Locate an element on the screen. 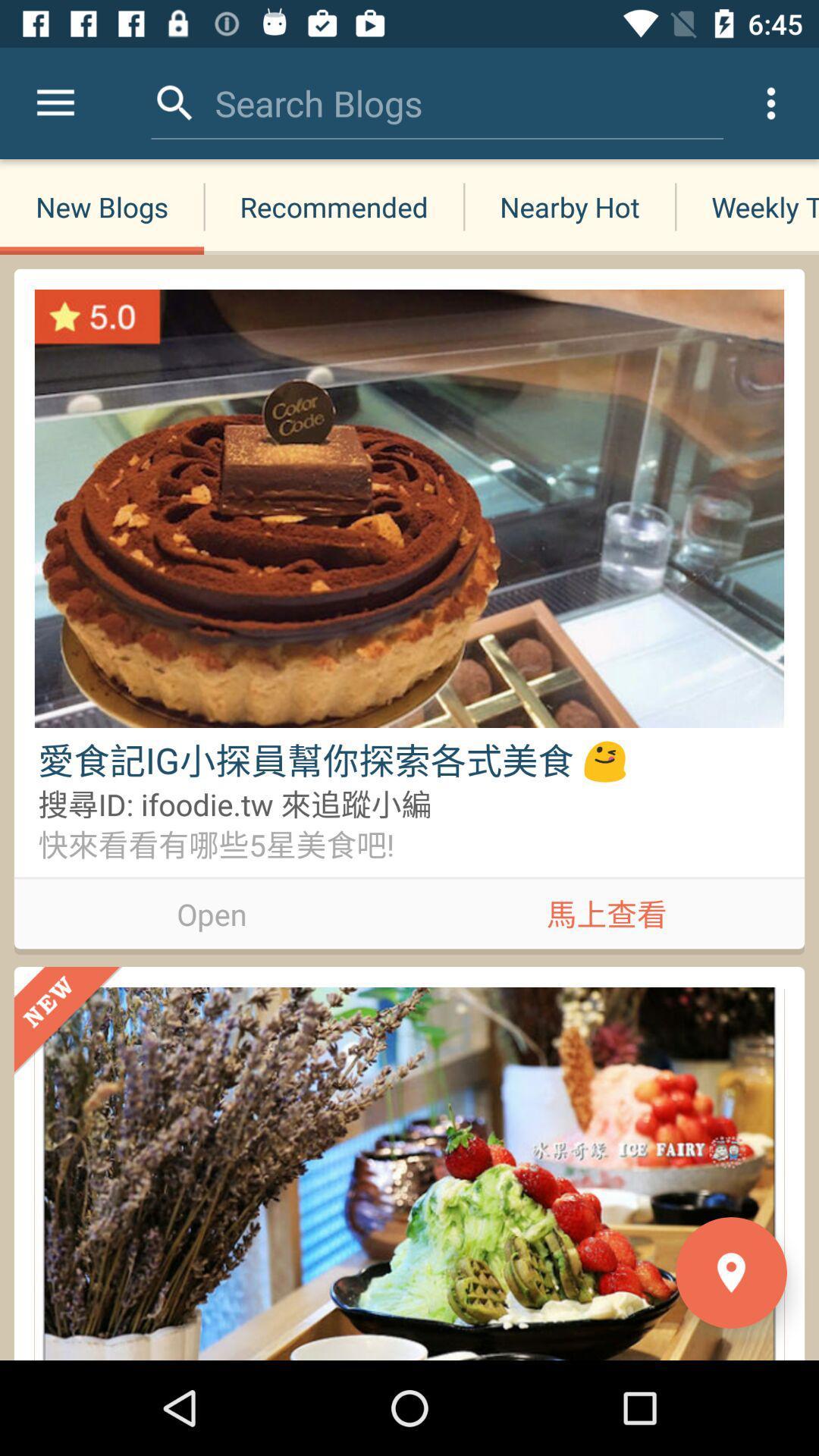 This screenshot has height=1456, width=819. new blogs item is located at coordinates (102, 206).